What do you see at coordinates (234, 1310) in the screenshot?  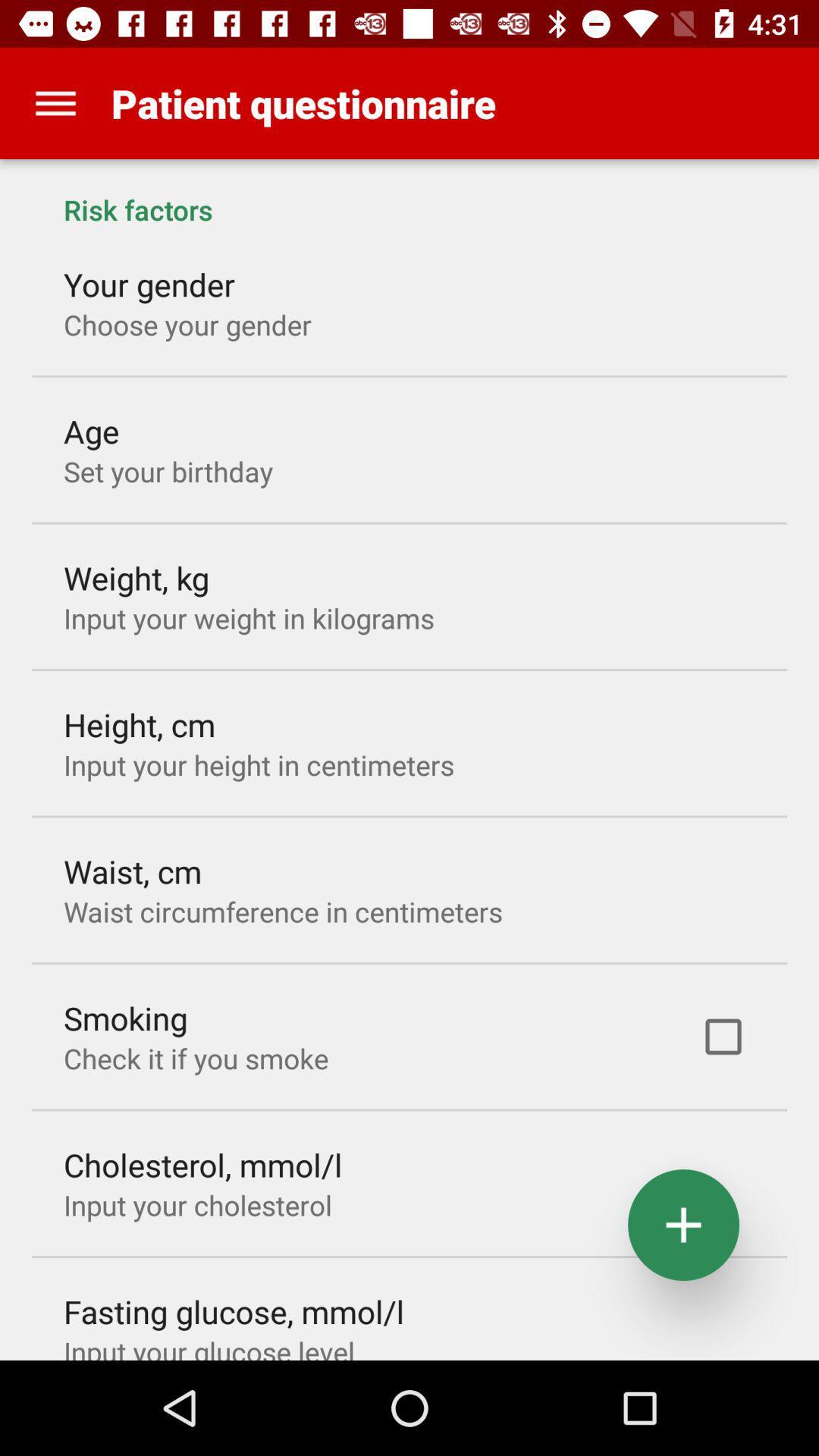 I see `fasting glucose mmol` at bounding box center [234, 1310].